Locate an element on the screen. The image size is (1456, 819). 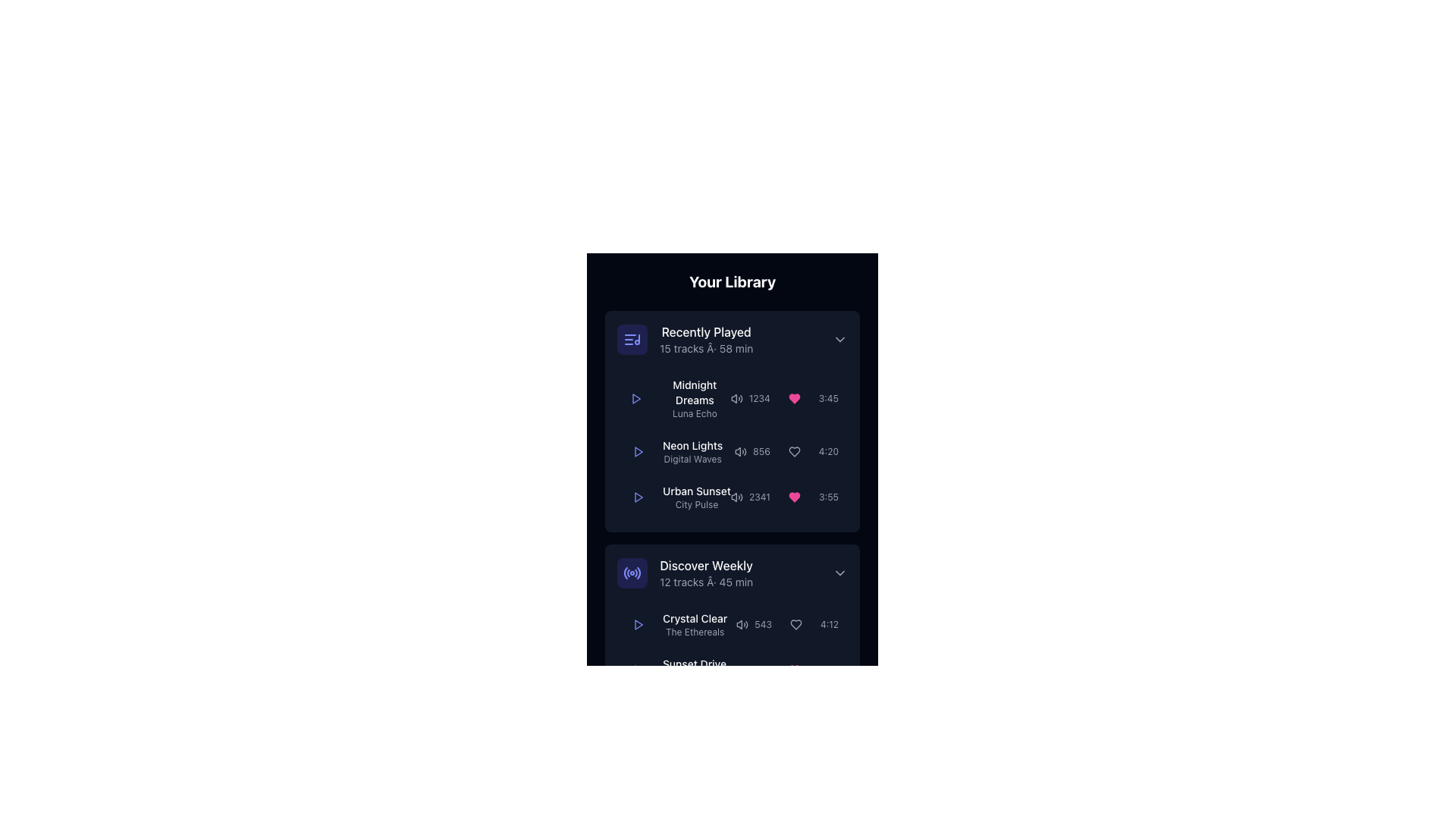
the 'Discover Weekly' playlist entry, identified by its indigo icon and white title is located at coordinates (684, 573).